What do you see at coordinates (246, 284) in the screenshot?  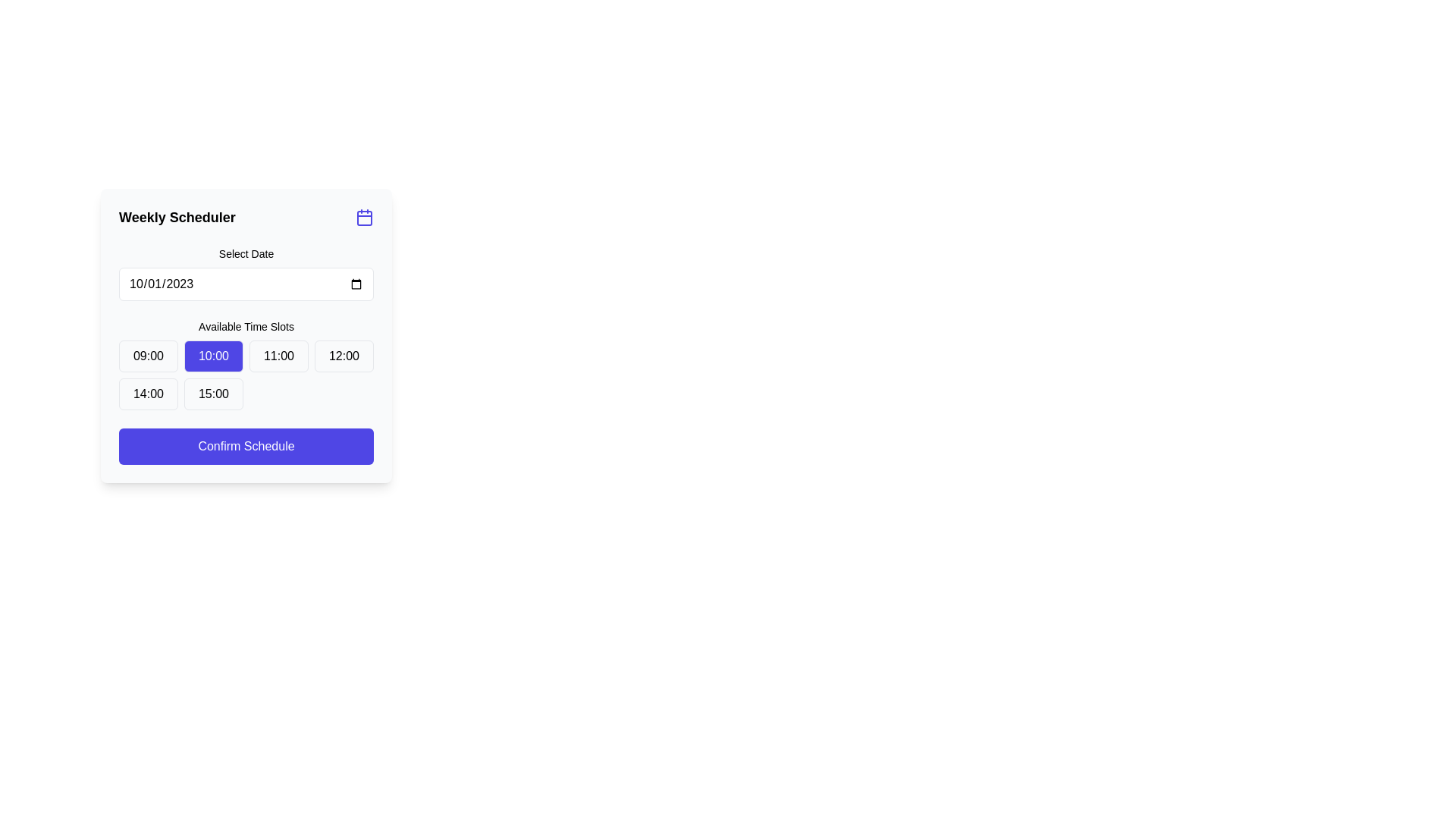 I see `the interactive date input field displaying '10/01/2023'` at bounding box center [246, 284].